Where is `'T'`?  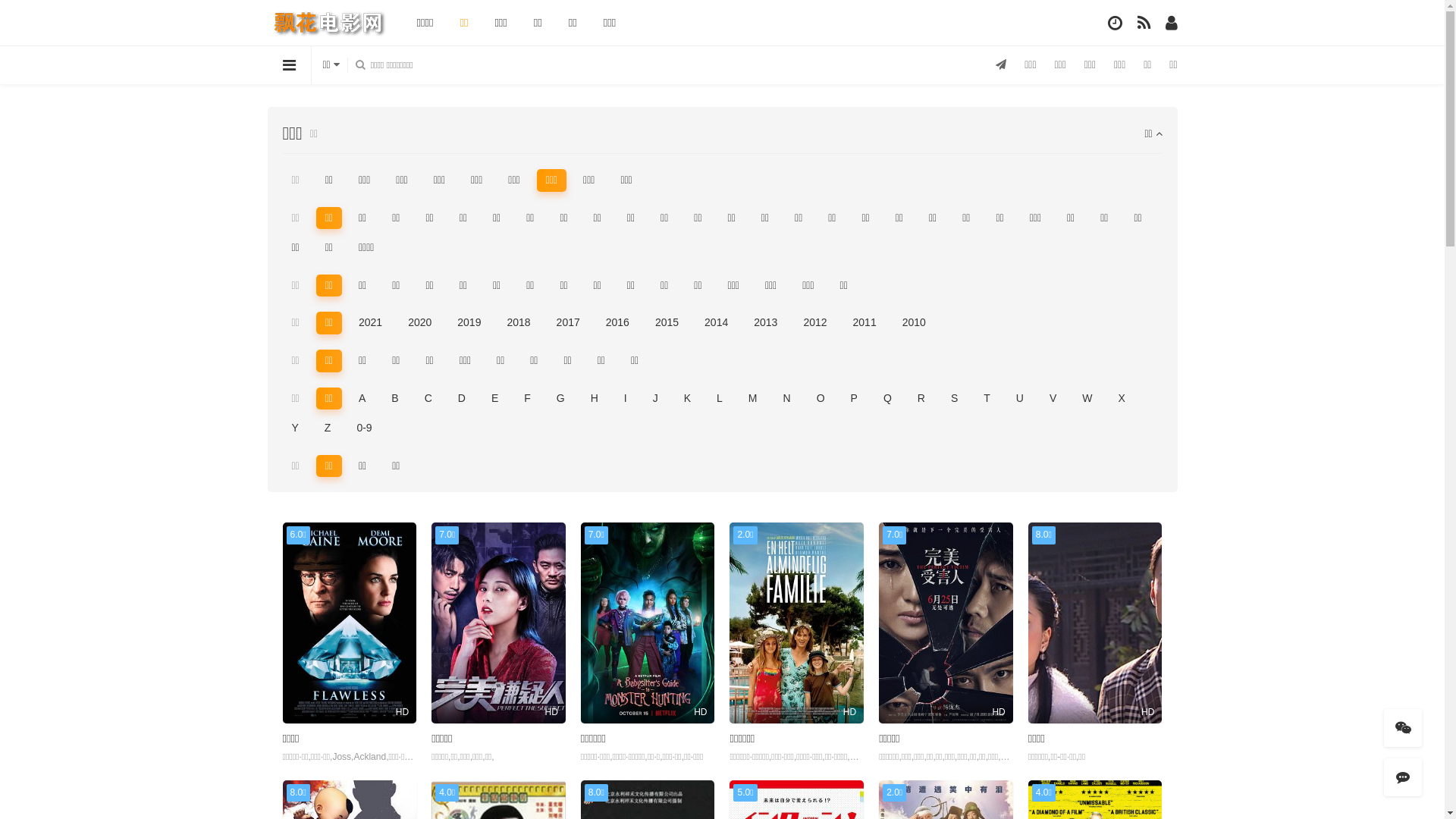
'T' is located at coordinates (987, 397).